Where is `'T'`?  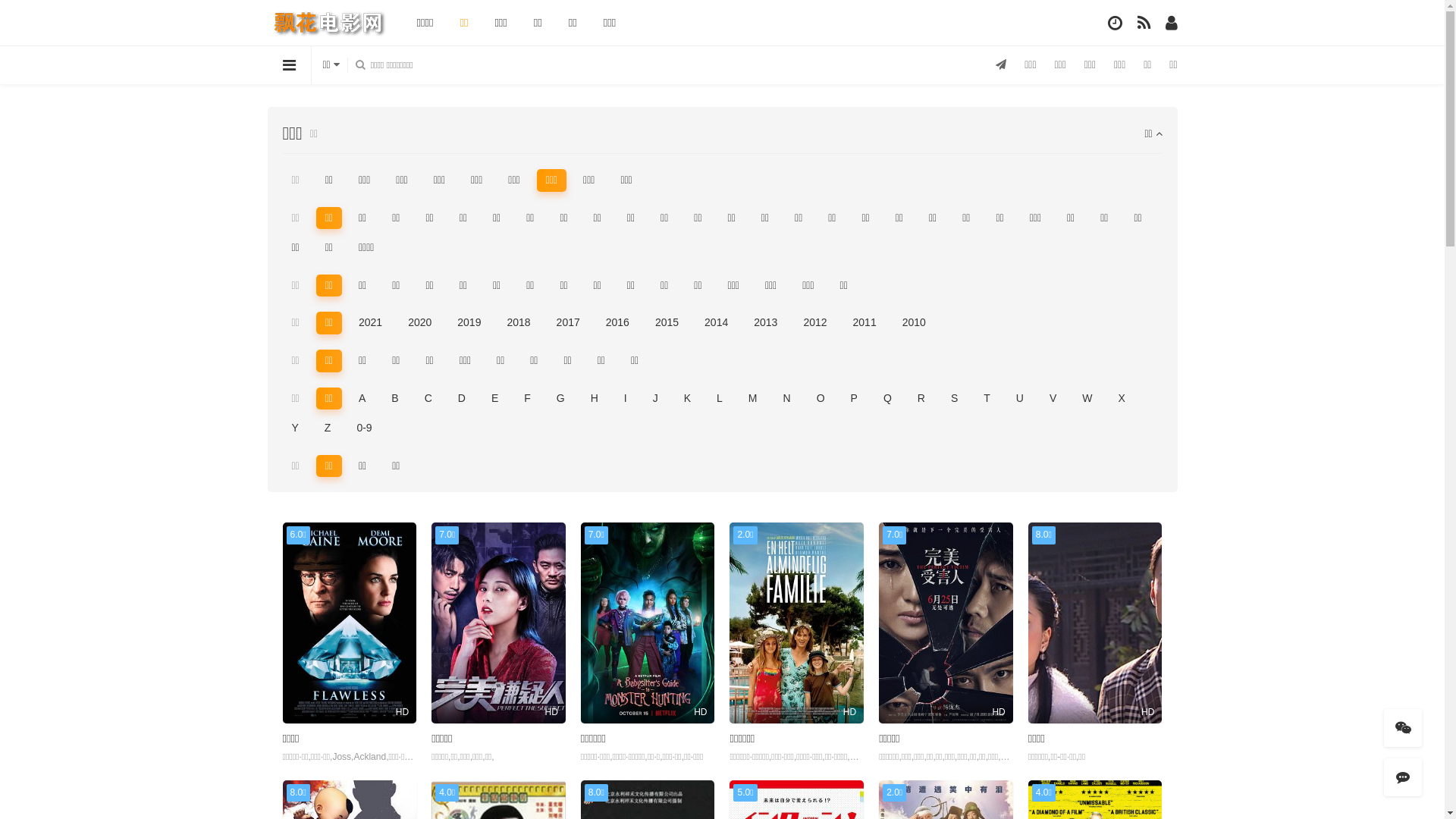
'T' is located at coordinates (987, 397).